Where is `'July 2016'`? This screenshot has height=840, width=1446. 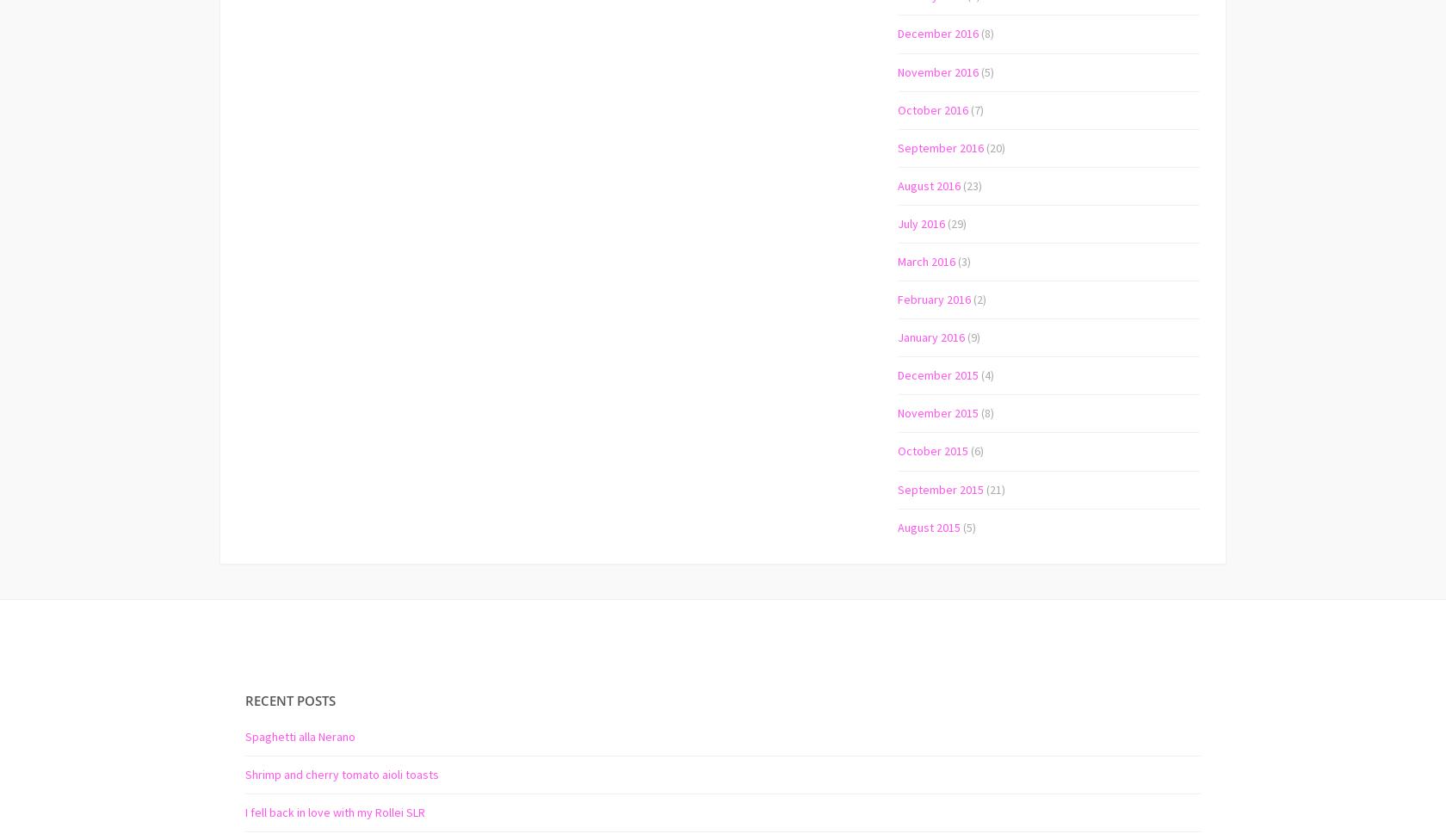
'July 2016' is located at coordinates (921, 223).